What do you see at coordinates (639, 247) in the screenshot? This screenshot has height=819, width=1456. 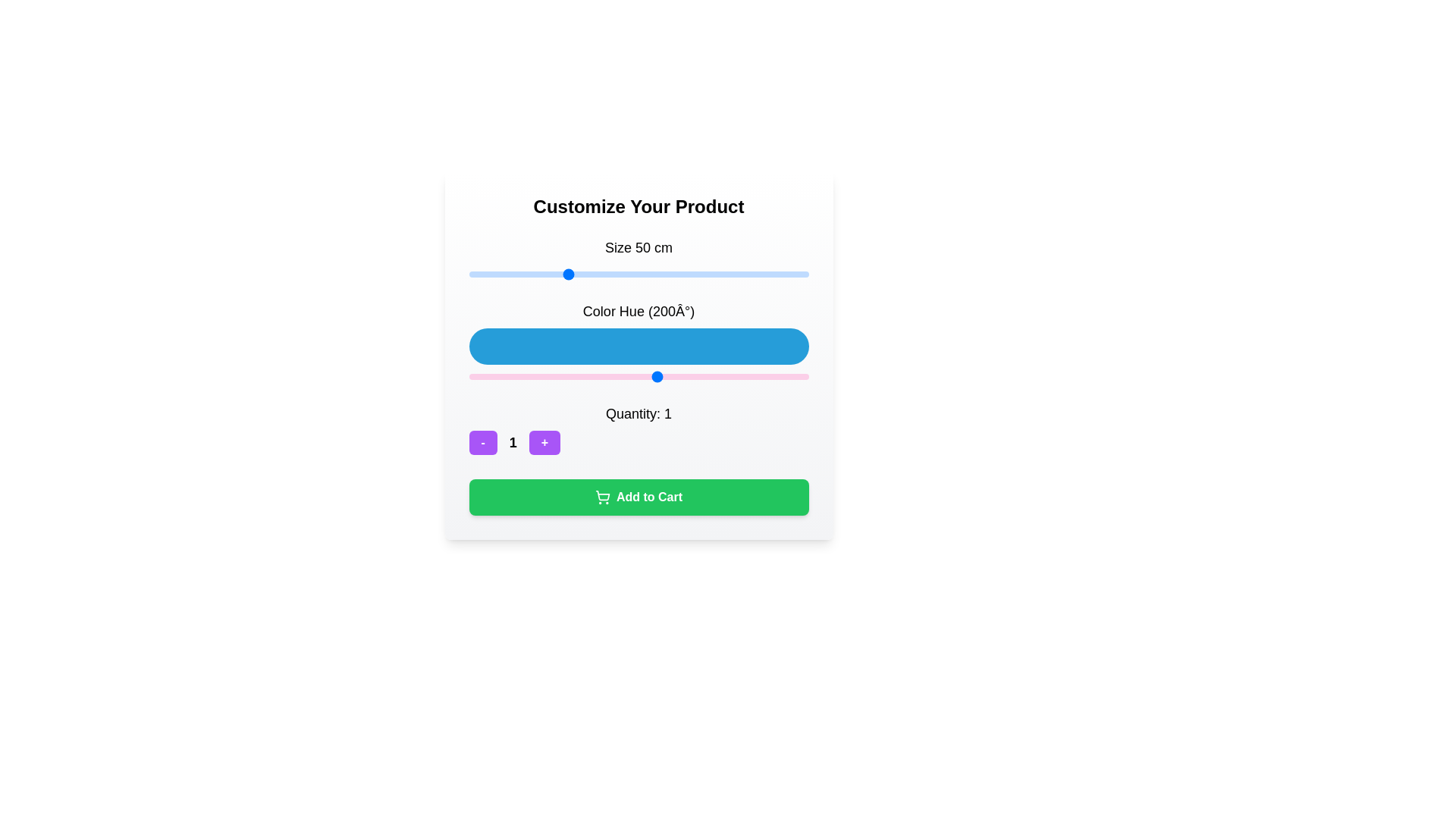 I see `the text label displaying 'Size 50 cm' in bold font, located above the horizontal slider and below the section header 'Customize Your Product'` at bounding box center [639, 247].